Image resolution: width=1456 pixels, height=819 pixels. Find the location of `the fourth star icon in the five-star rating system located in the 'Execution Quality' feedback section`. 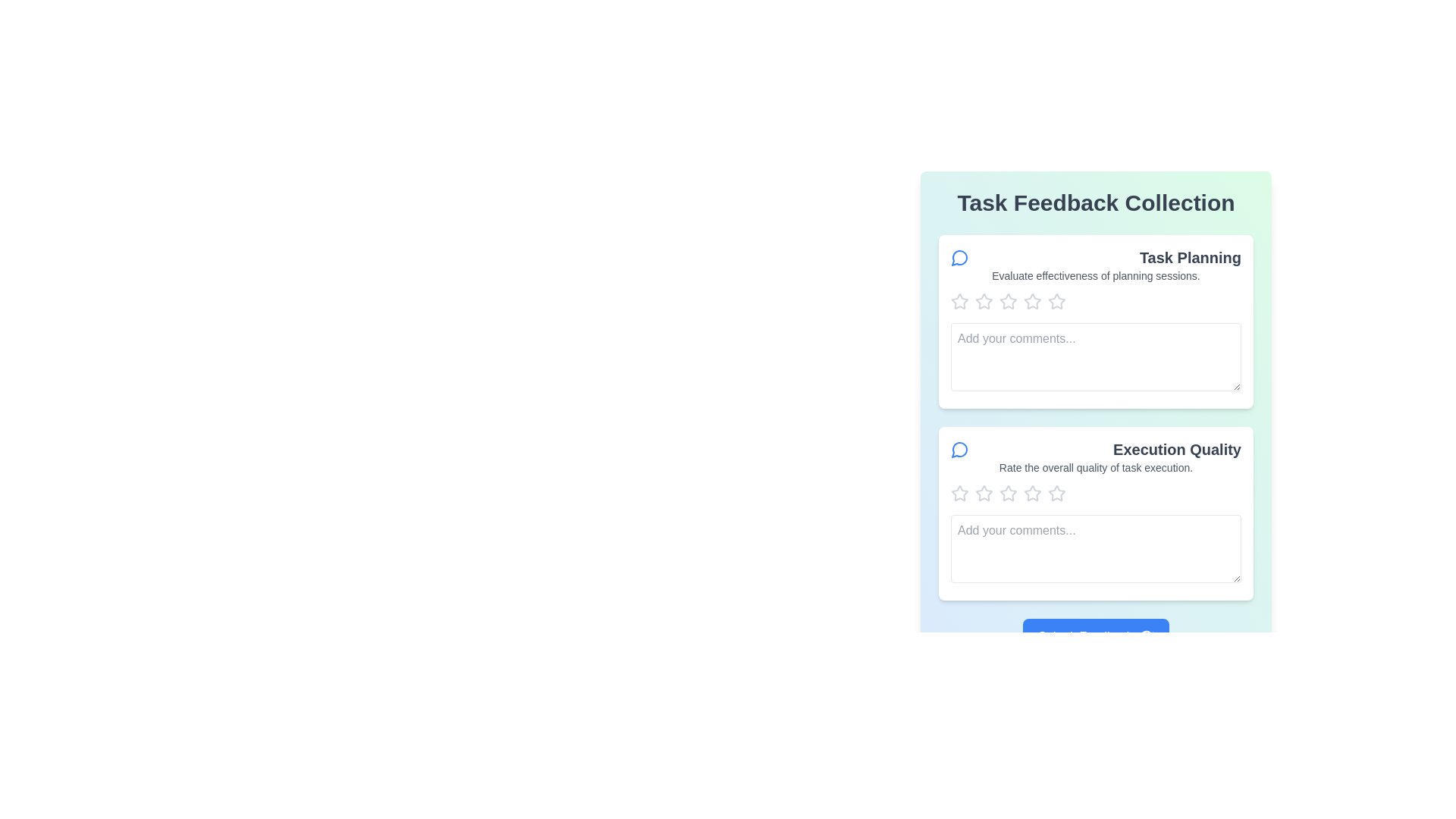

the fourth star icon in the five-star rating system located in the 'Execution Quality' feedback section is located at coordinates (1032, 493).